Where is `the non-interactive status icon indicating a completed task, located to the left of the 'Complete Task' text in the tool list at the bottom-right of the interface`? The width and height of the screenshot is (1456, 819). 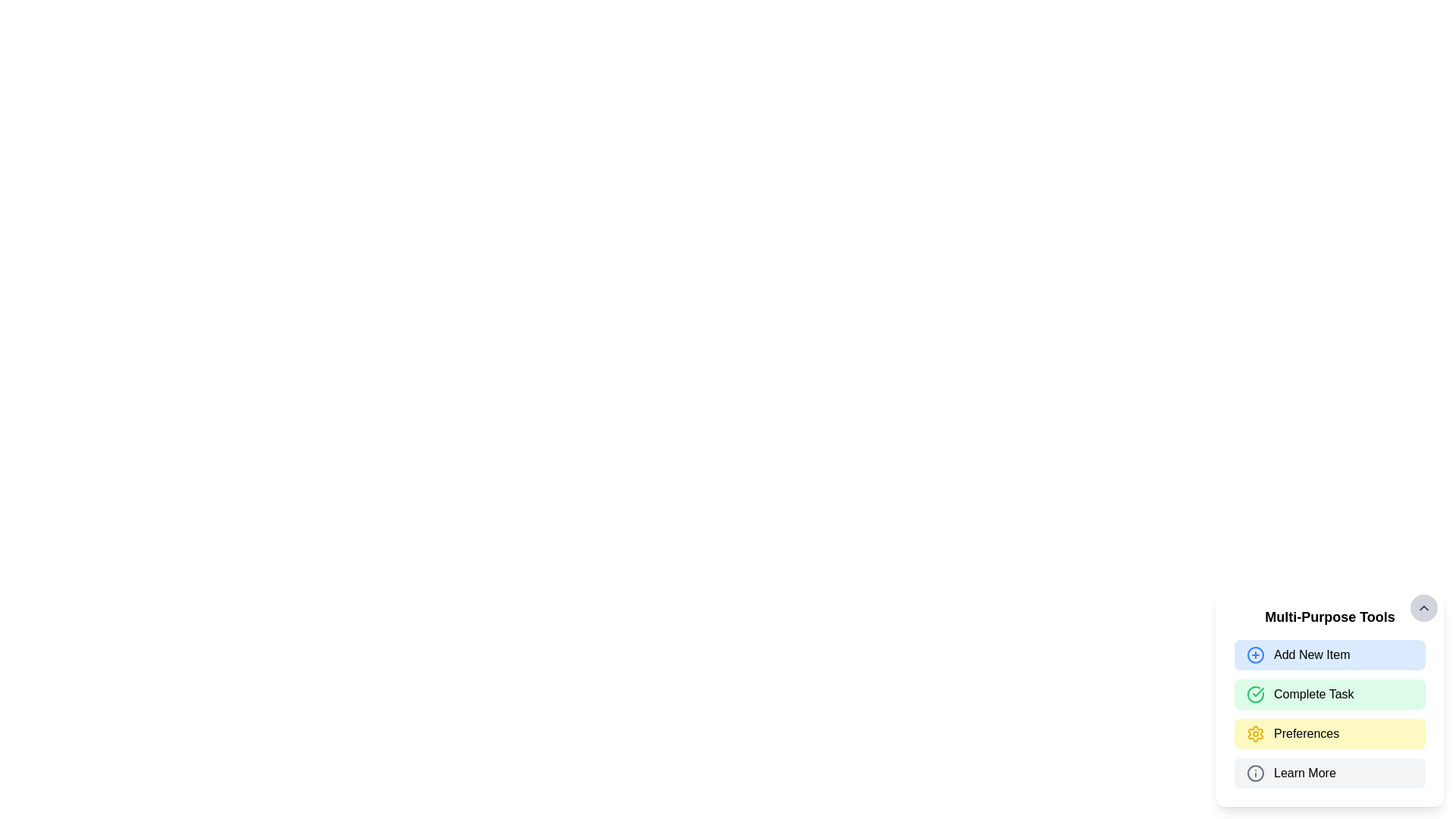 the non-interactive status icon indicating a completed task, located to the left of the 'Complete Task' text in the tool list at the bottom-right of the interface is located at coordinates (1256, 694).